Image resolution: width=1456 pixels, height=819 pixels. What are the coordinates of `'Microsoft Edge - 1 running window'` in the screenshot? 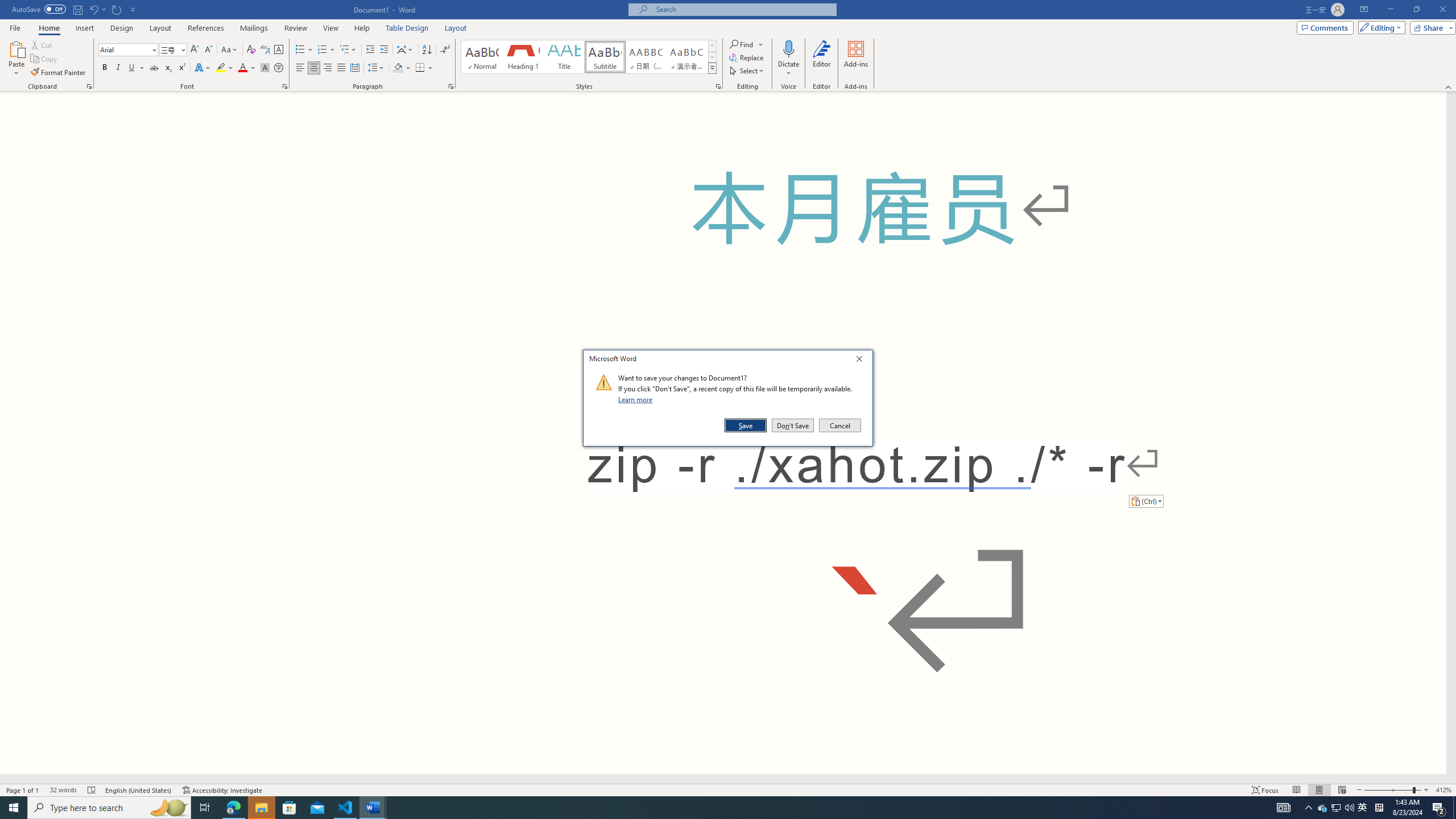 It's located at (233, 806).